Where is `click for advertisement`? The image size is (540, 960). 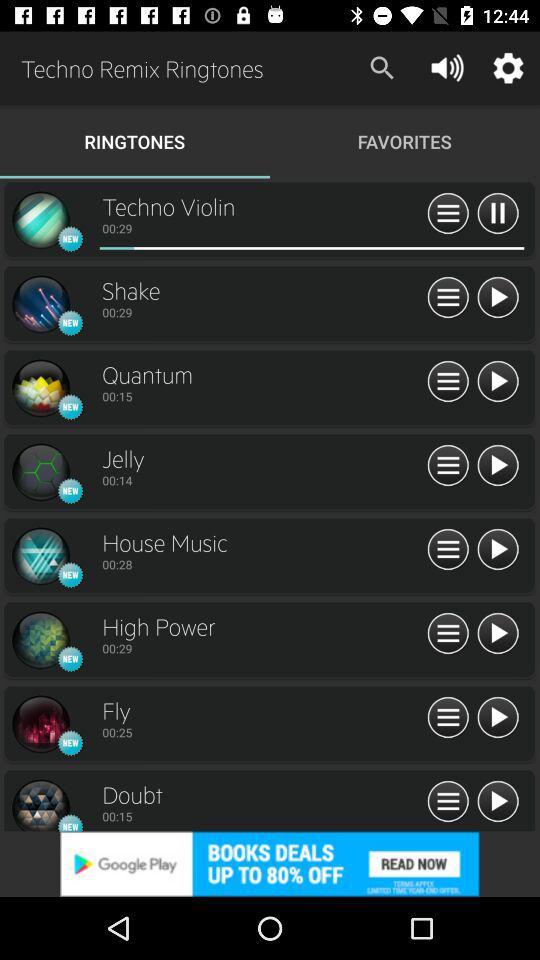
click for advertisement is located at coordinates (270, 863).